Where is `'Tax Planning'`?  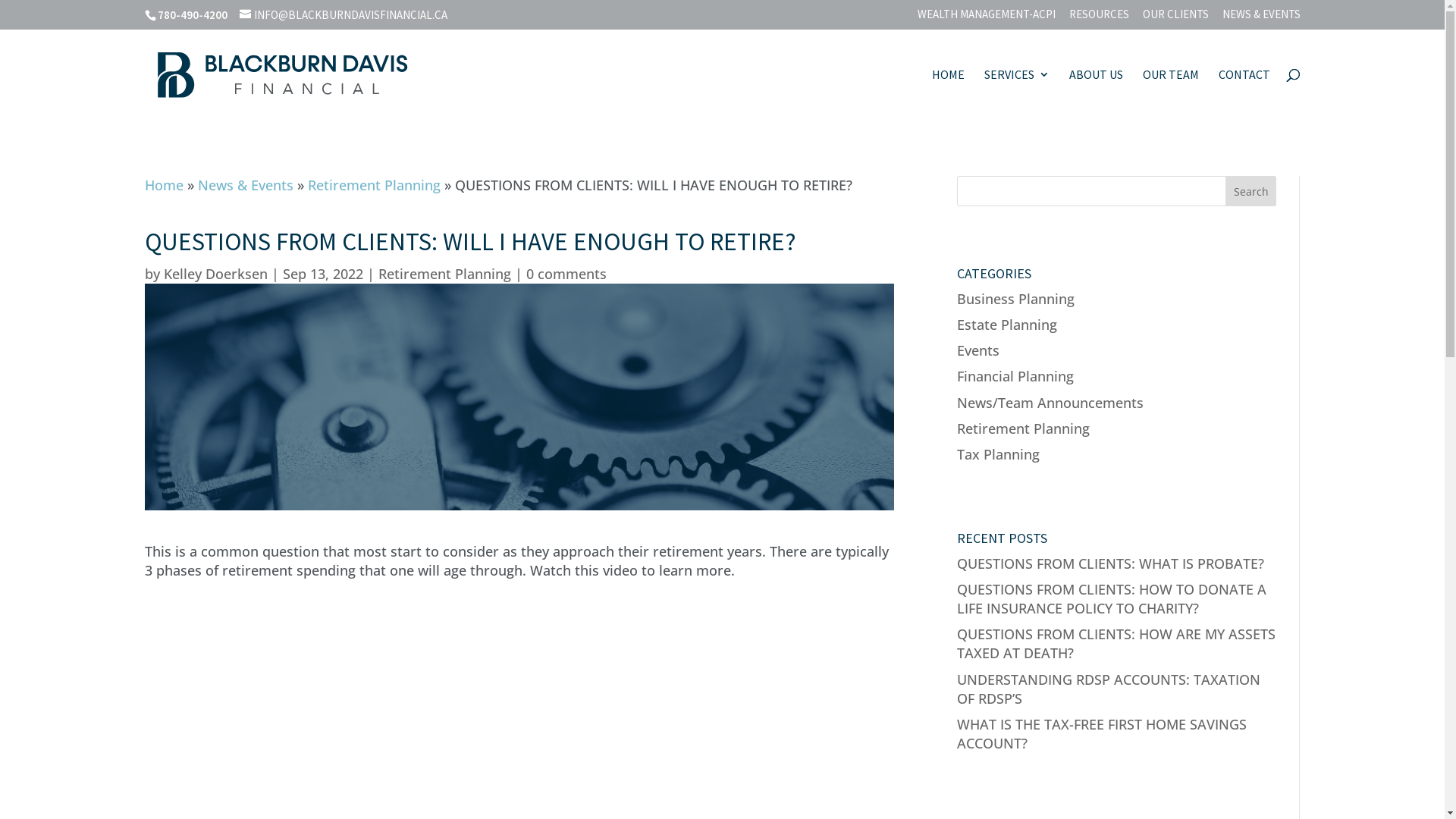
'Tax Planning' is located at coordinates (956, 453).